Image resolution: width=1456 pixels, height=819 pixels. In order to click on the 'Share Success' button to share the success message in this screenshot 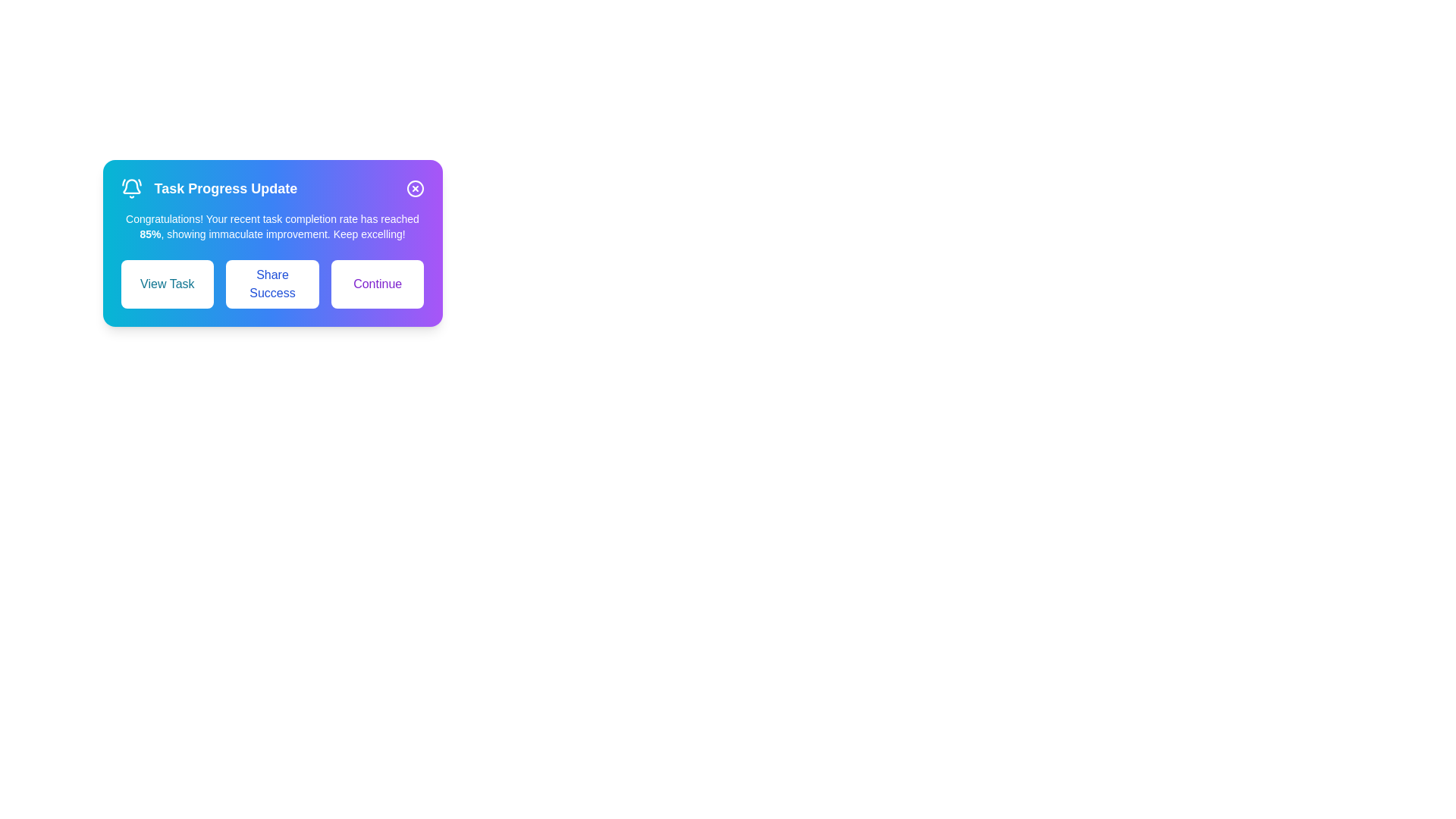, I will do `click(272, 284)`.